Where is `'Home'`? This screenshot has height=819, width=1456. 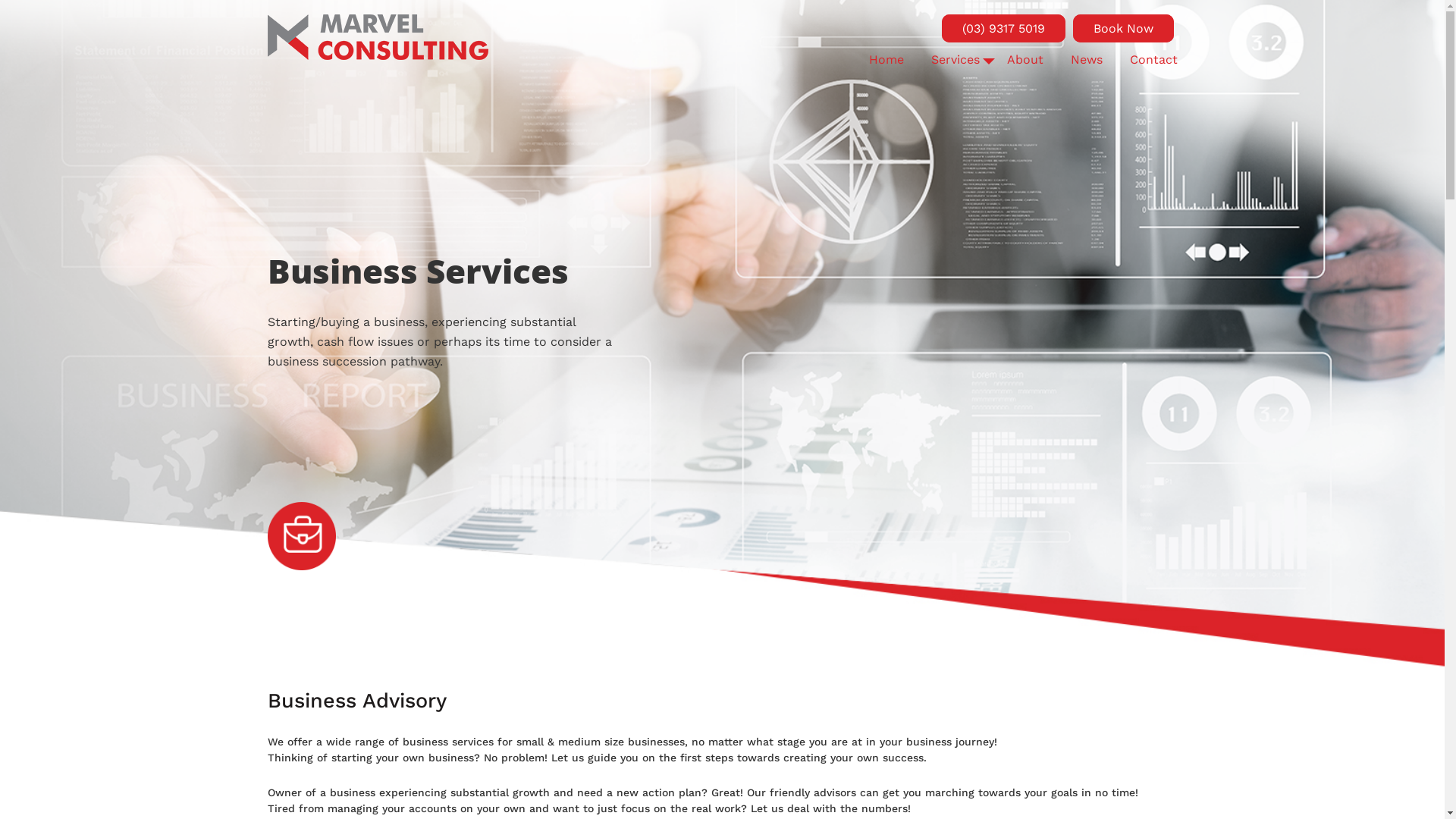
'Home' is located at coordinates (886, 58).